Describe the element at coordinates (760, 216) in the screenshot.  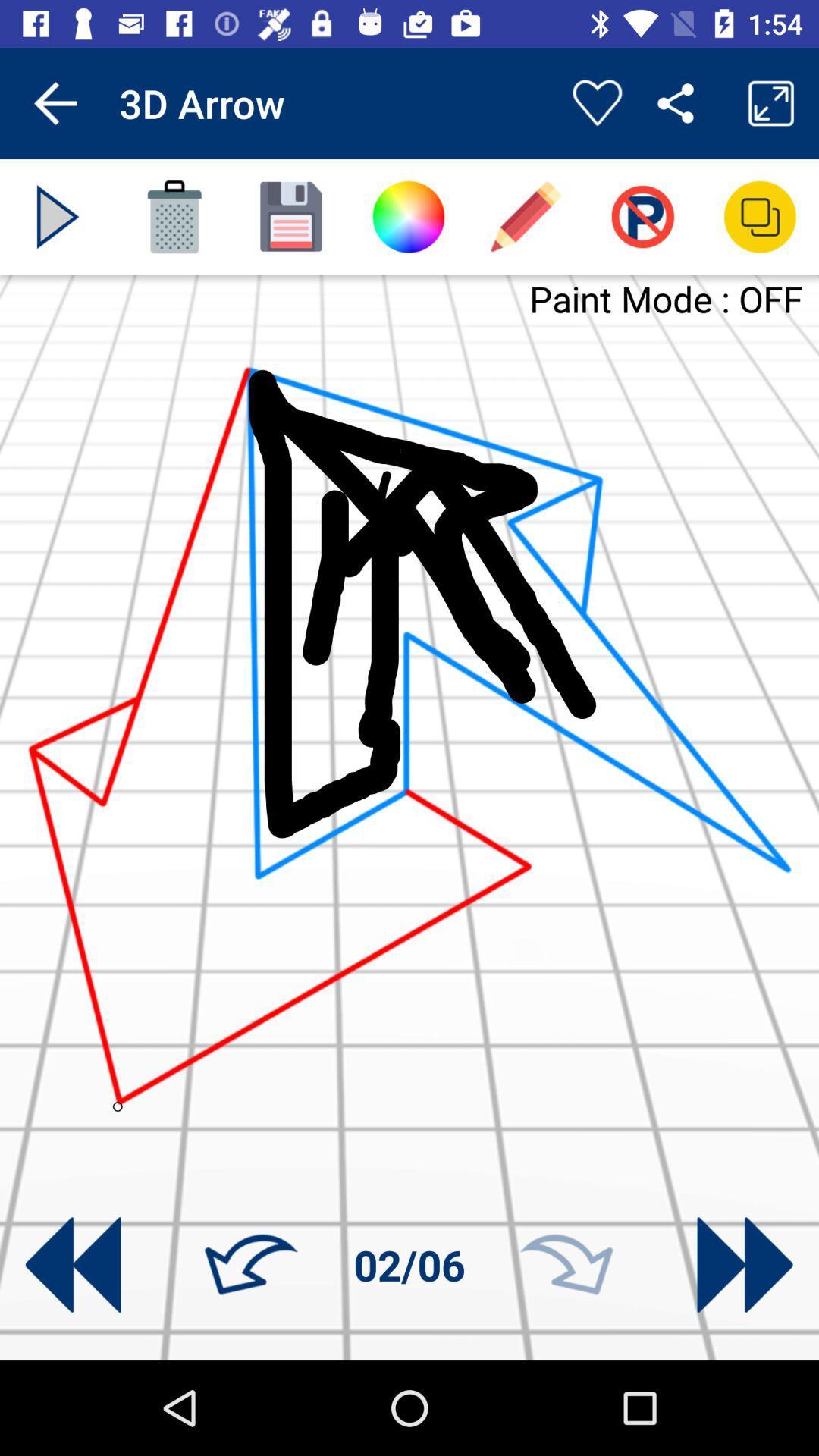
I see `copy` at that location.